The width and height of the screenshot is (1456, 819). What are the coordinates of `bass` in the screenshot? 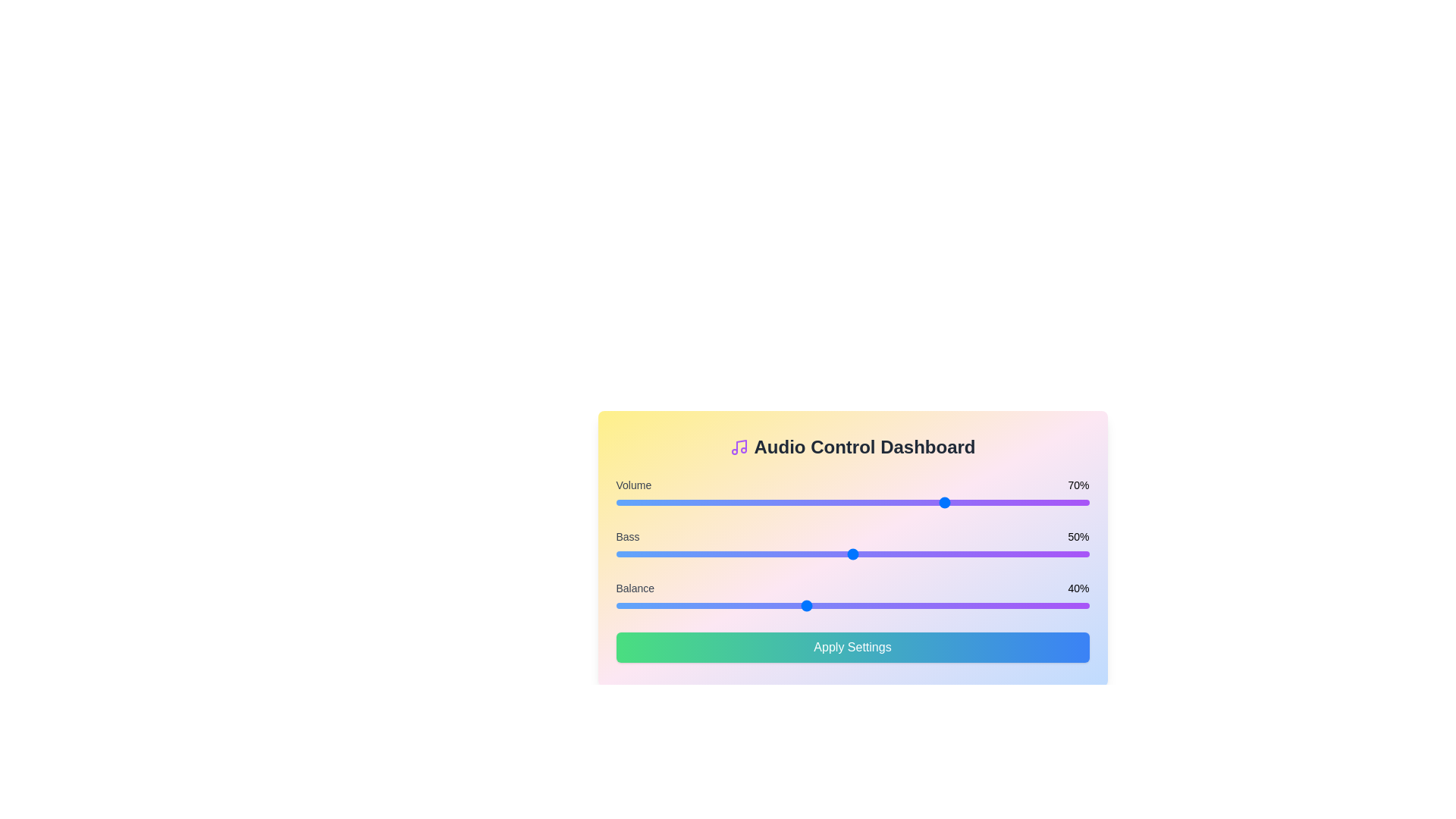 It's located at (999, 554).